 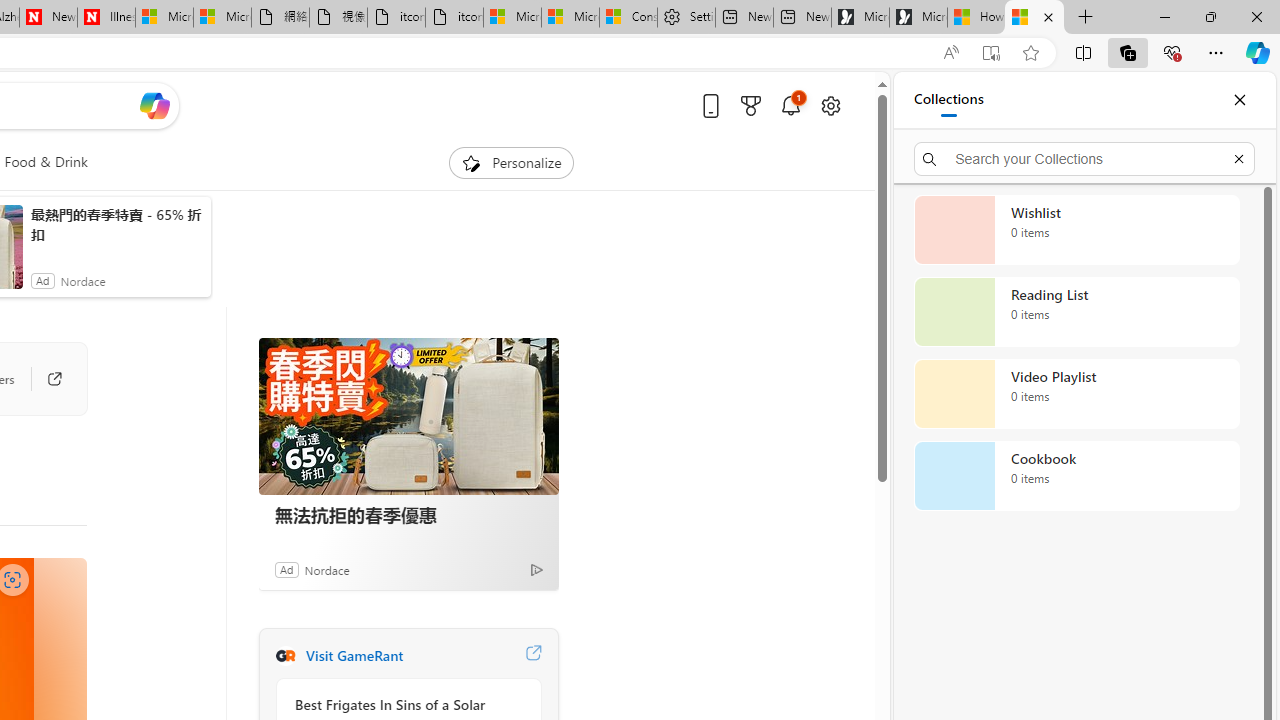 I want to click on 'Open Copilot', so click(x=154, y=105).